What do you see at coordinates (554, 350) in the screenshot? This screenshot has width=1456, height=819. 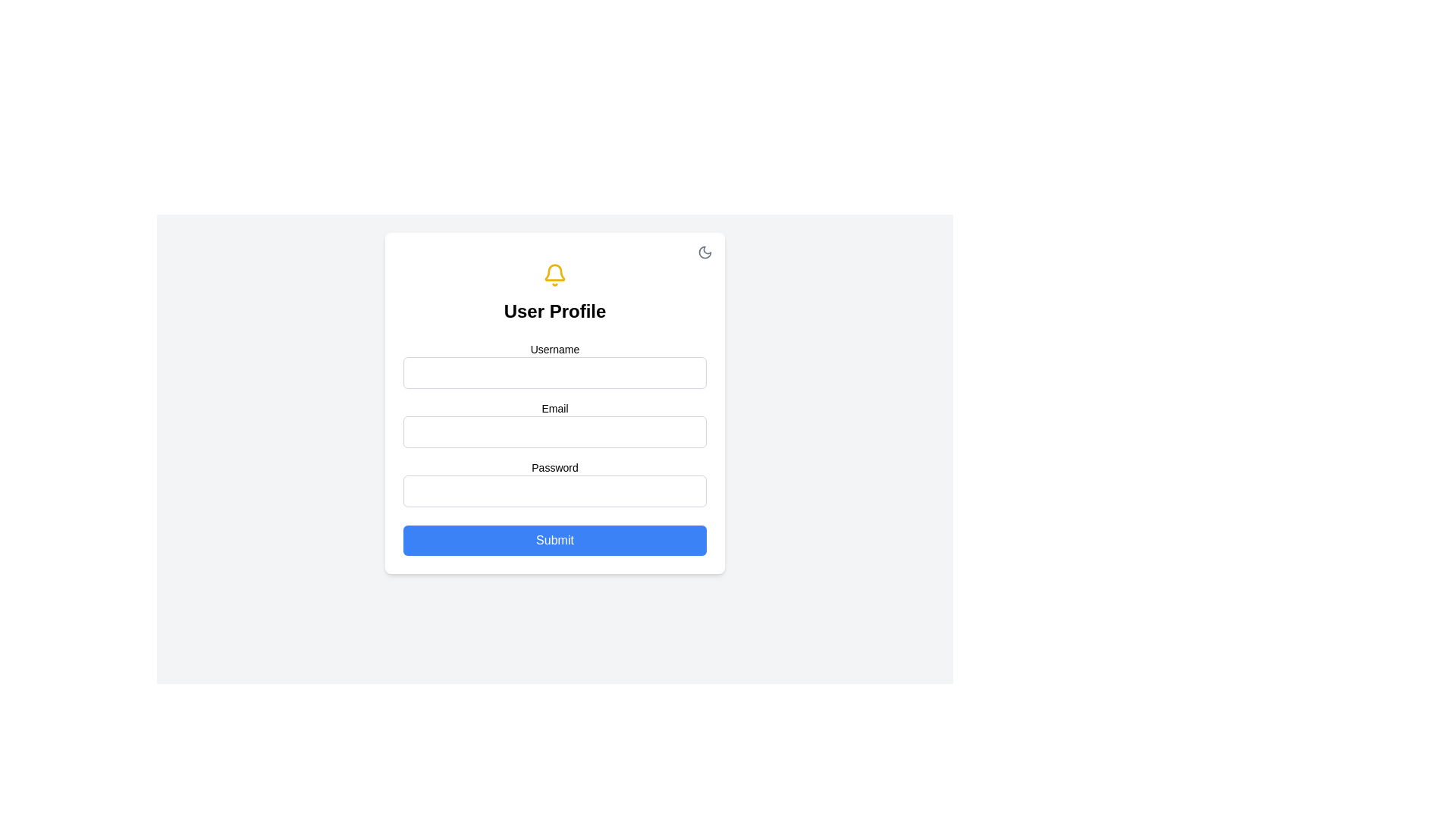 I see `the 'Username' text label which is styled in a smaller-sized font and positioned above the input field for entering a username in the form layout` at bounding box center [554, 350].